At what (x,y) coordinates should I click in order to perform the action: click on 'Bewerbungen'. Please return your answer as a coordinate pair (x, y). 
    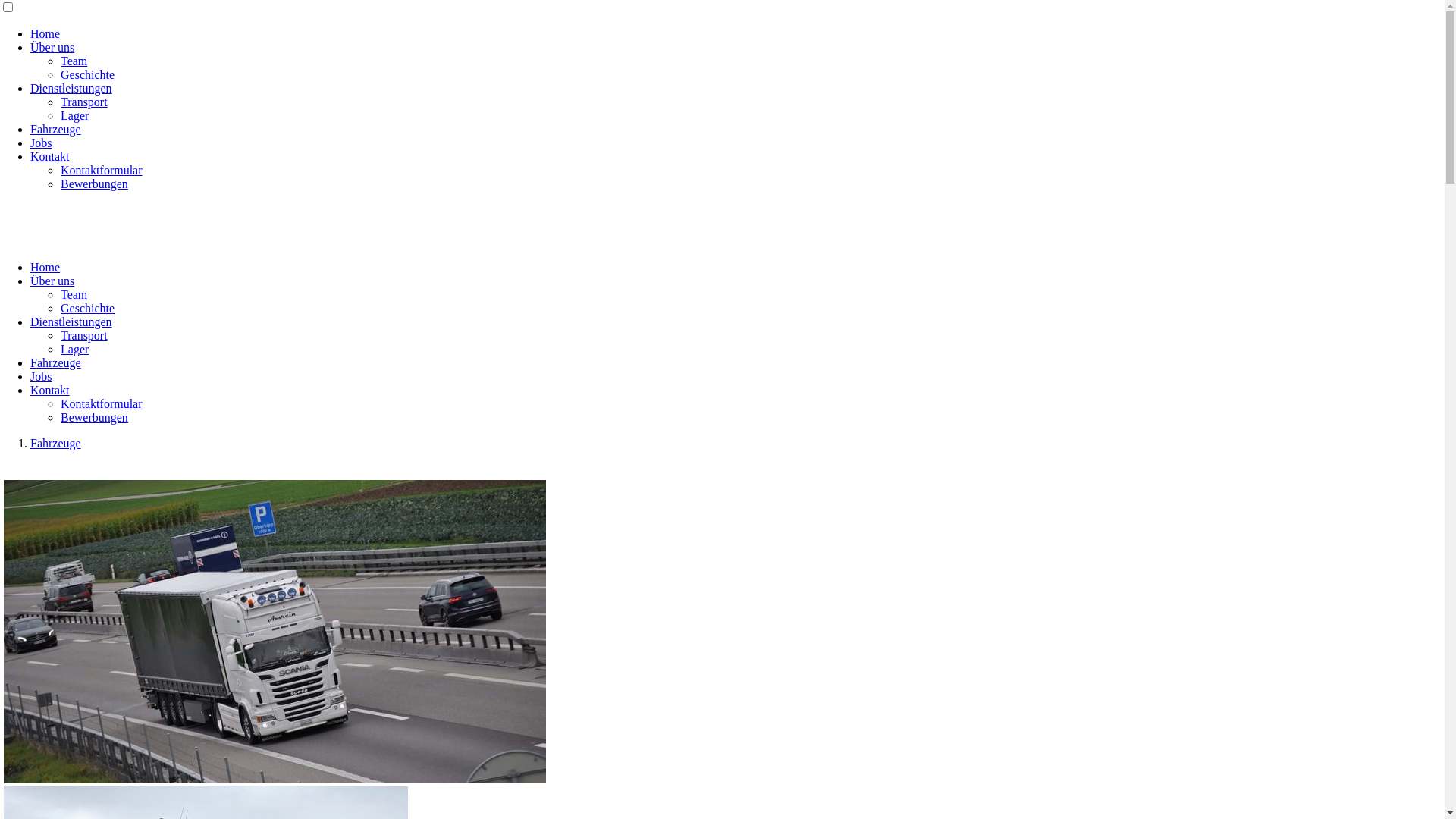
    Looking at the image, I should click on (93, 417).